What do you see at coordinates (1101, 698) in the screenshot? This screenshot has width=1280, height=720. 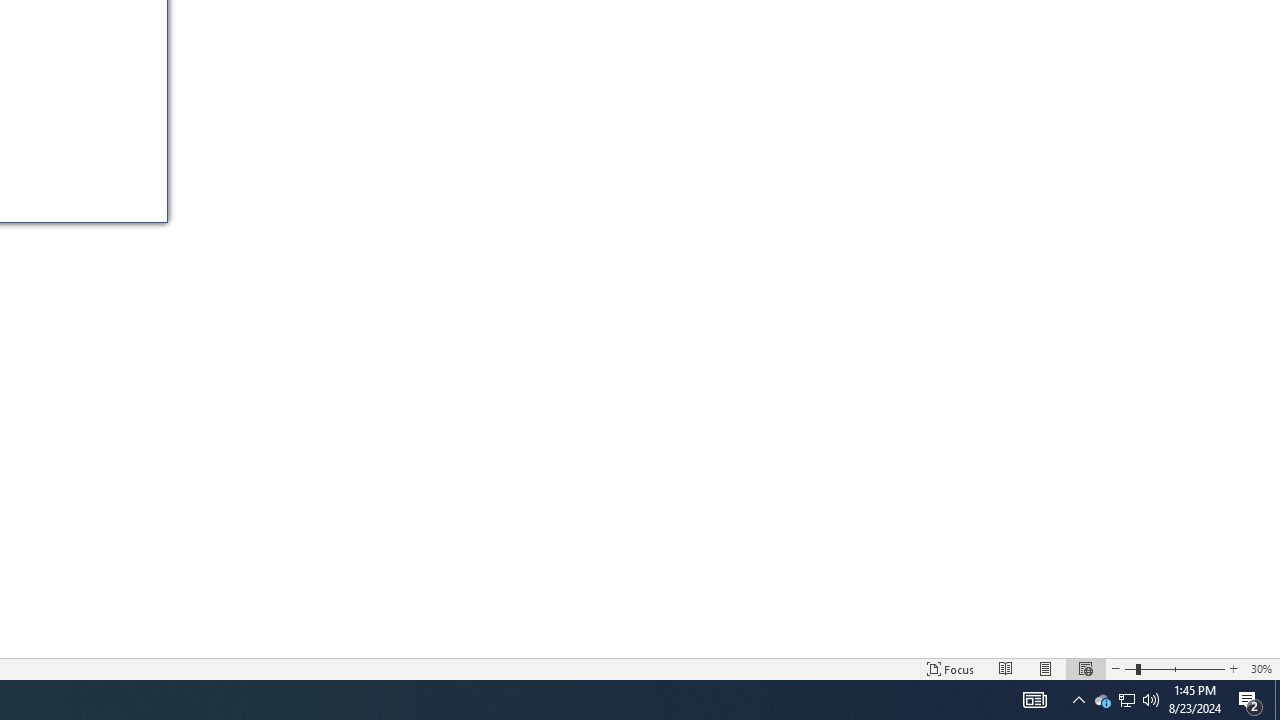 I see `'Q2790: 100%'` at bounding box center [1101, 698].